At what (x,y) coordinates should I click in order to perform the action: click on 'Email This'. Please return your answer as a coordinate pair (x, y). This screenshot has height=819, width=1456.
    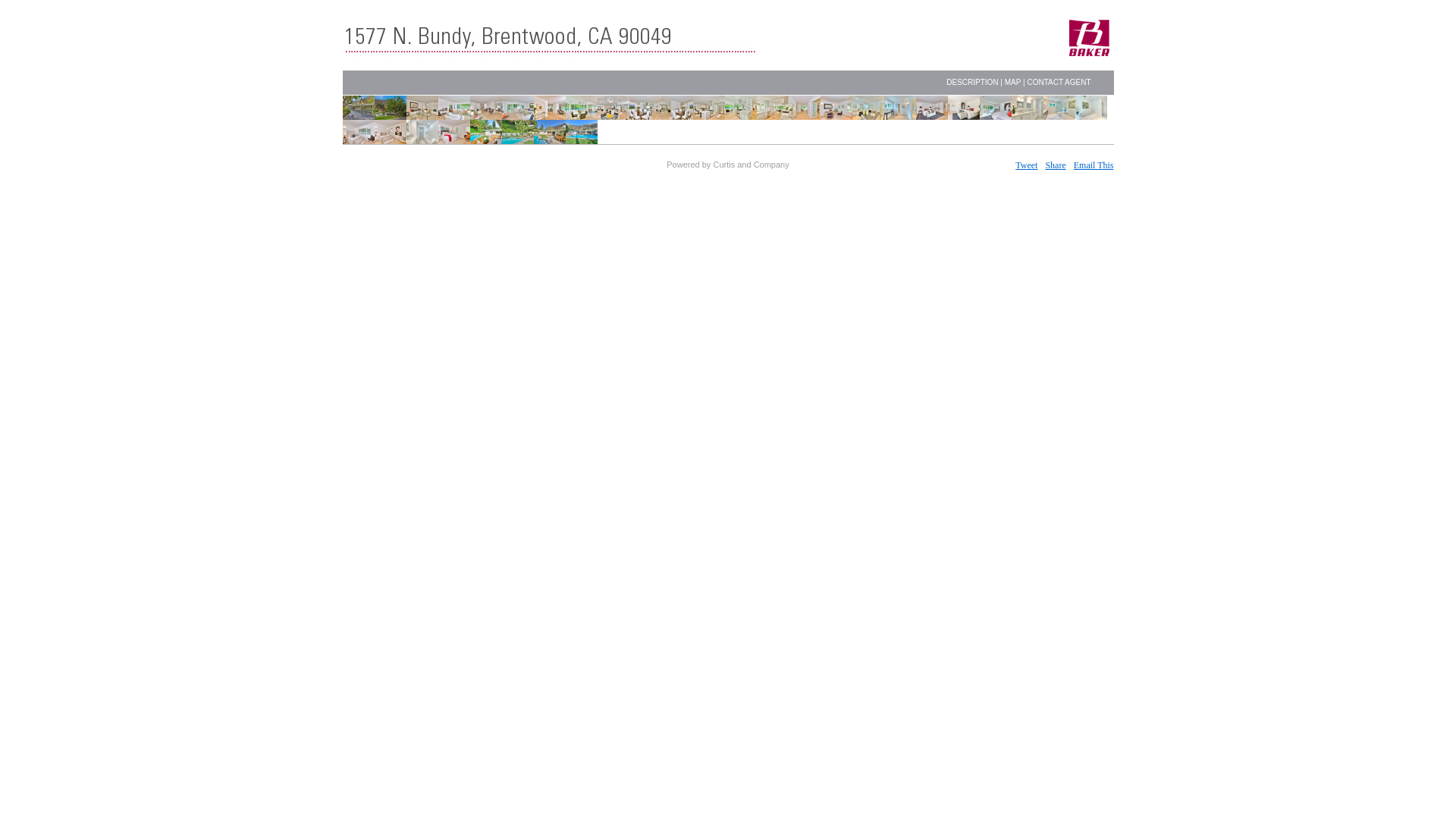
    Looking at the image, I should click on (1094, 165).